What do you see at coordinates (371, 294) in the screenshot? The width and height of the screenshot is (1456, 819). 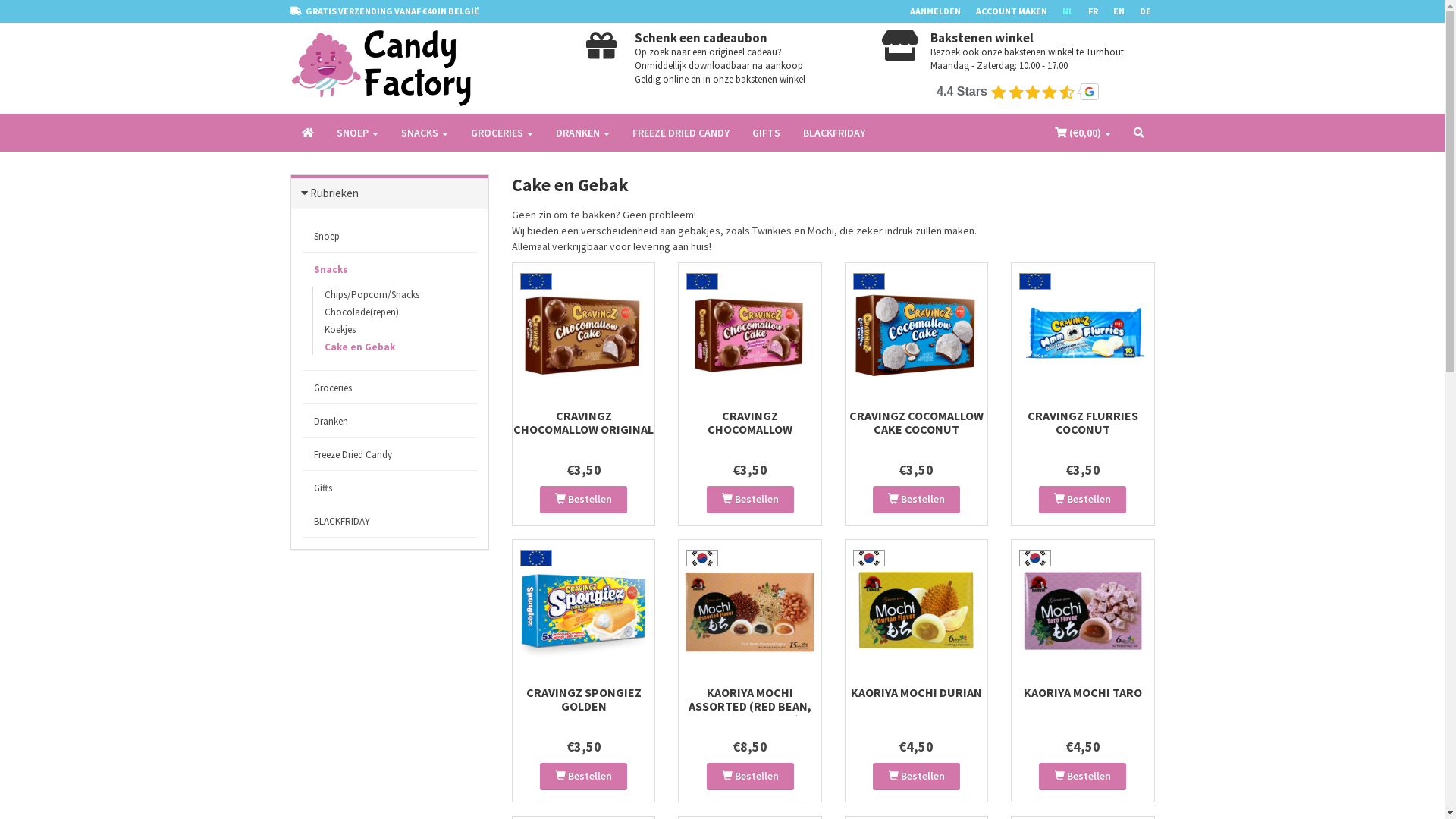 I see `'Chips/Popcorn/Snacks'` at bounding box center [371, 294].